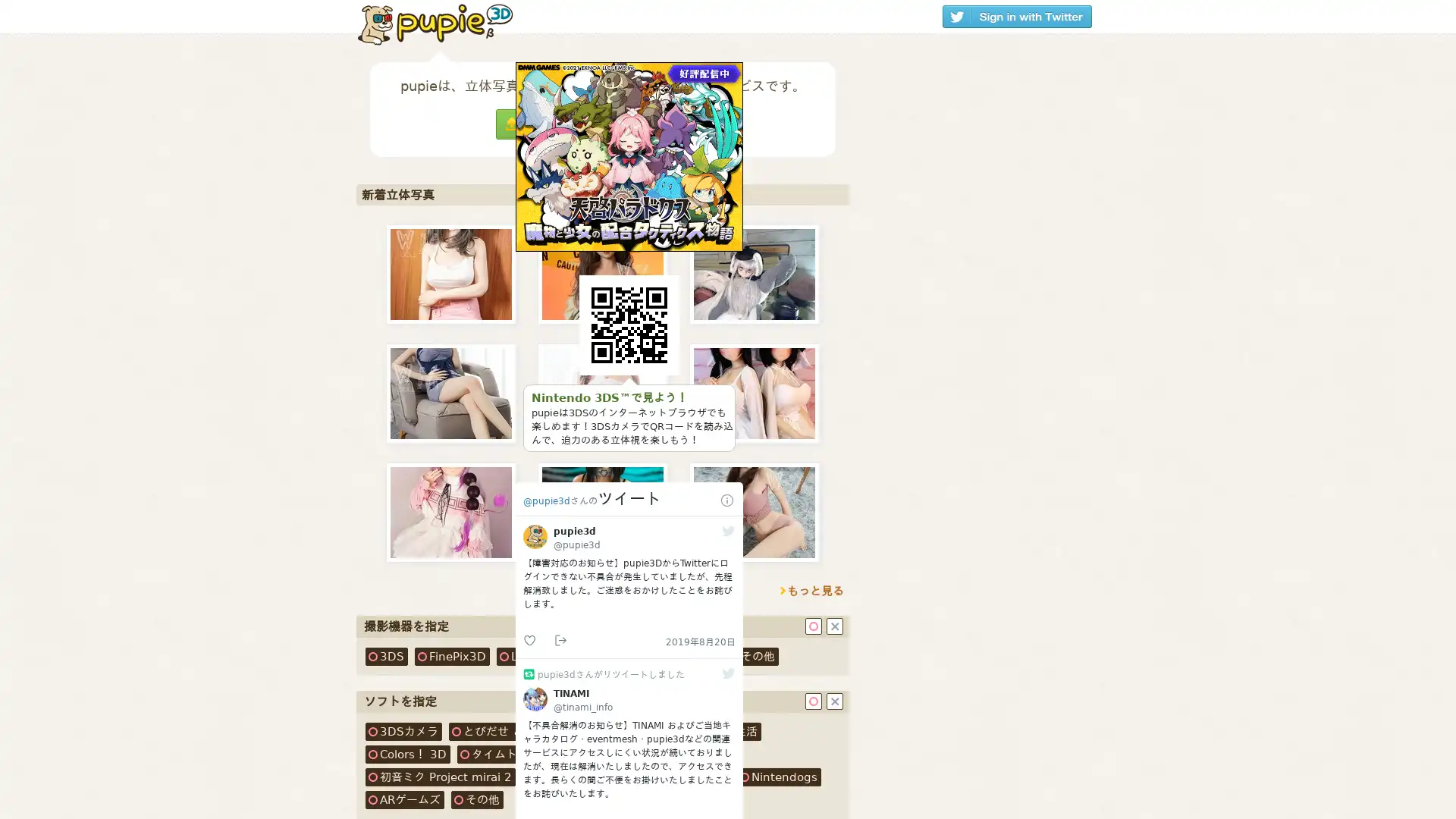 The height and width of the screenshot is (819, 1456). I want to click on FinePix3D, so click(451, 656).